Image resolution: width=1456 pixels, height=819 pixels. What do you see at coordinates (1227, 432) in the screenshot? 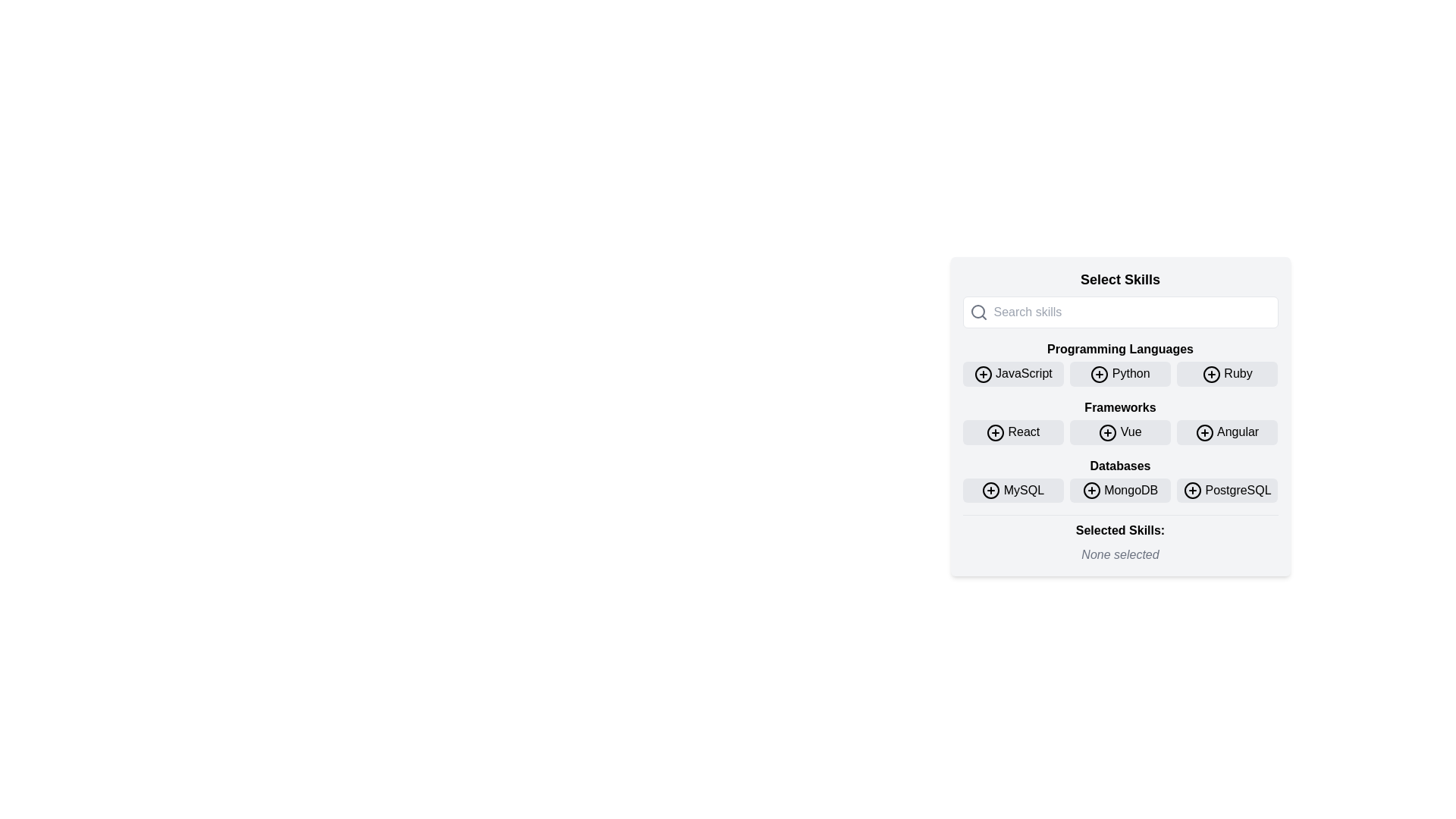
I see `the third button under the 'Frameworks' section` at bounding box center [1227, 432].